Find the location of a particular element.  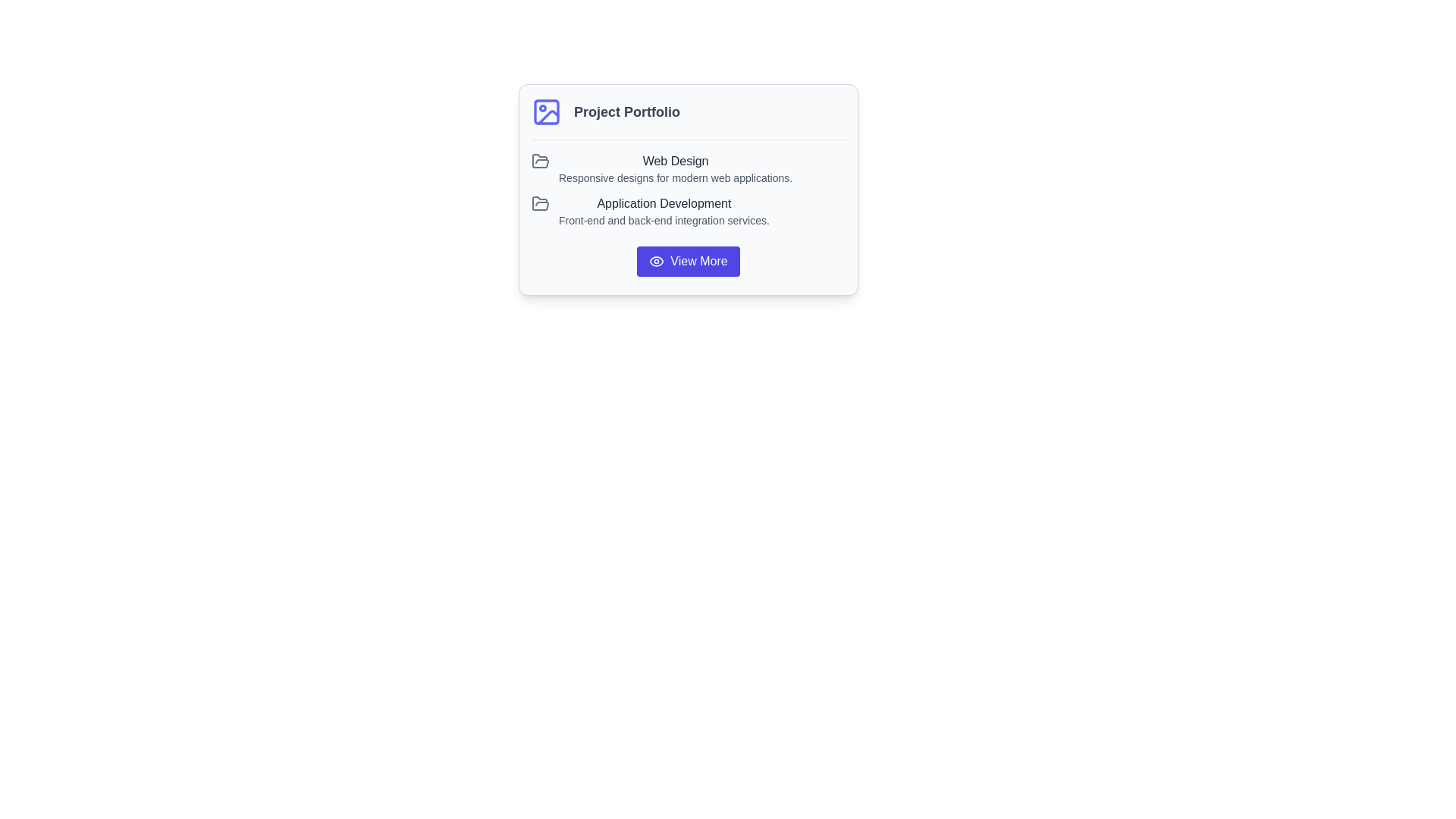

title 'Web Design' and the description 'Responsive designs for modern web applications.' from the first item in the project portfolio section, which is visually distinct with a larger bold title and a smaller lighter description is located at coordinates (675, 169).